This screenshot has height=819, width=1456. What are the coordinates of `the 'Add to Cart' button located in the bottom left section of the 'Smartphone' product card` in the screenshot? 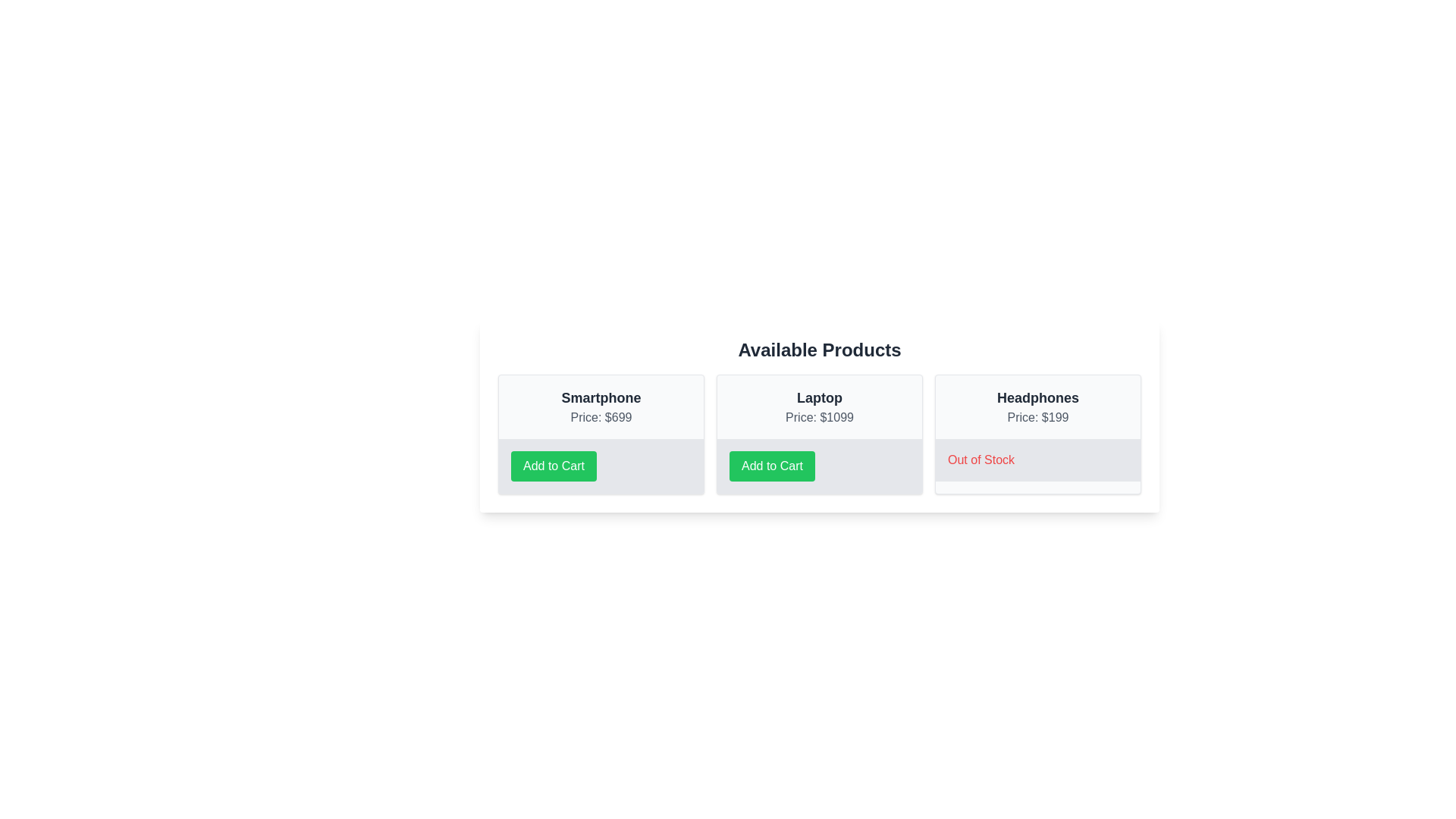 It's located at (553, 465).